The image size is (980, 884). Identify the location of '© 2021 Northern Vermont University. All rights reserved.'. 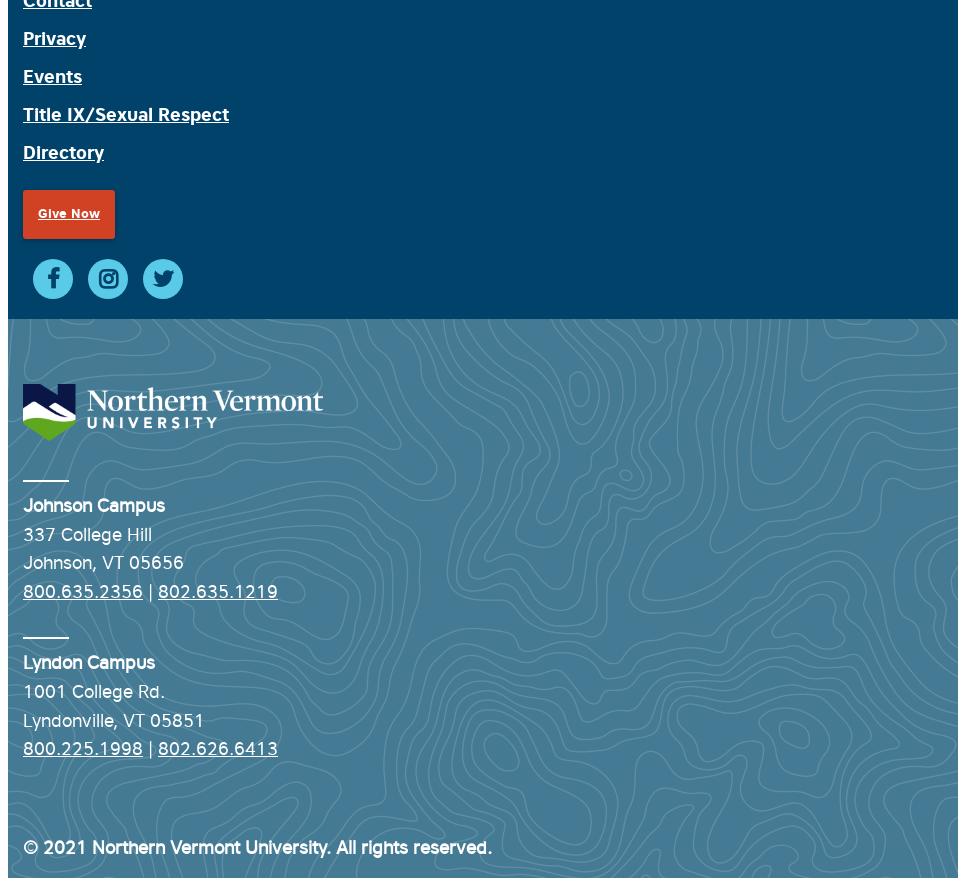
(23, 846).